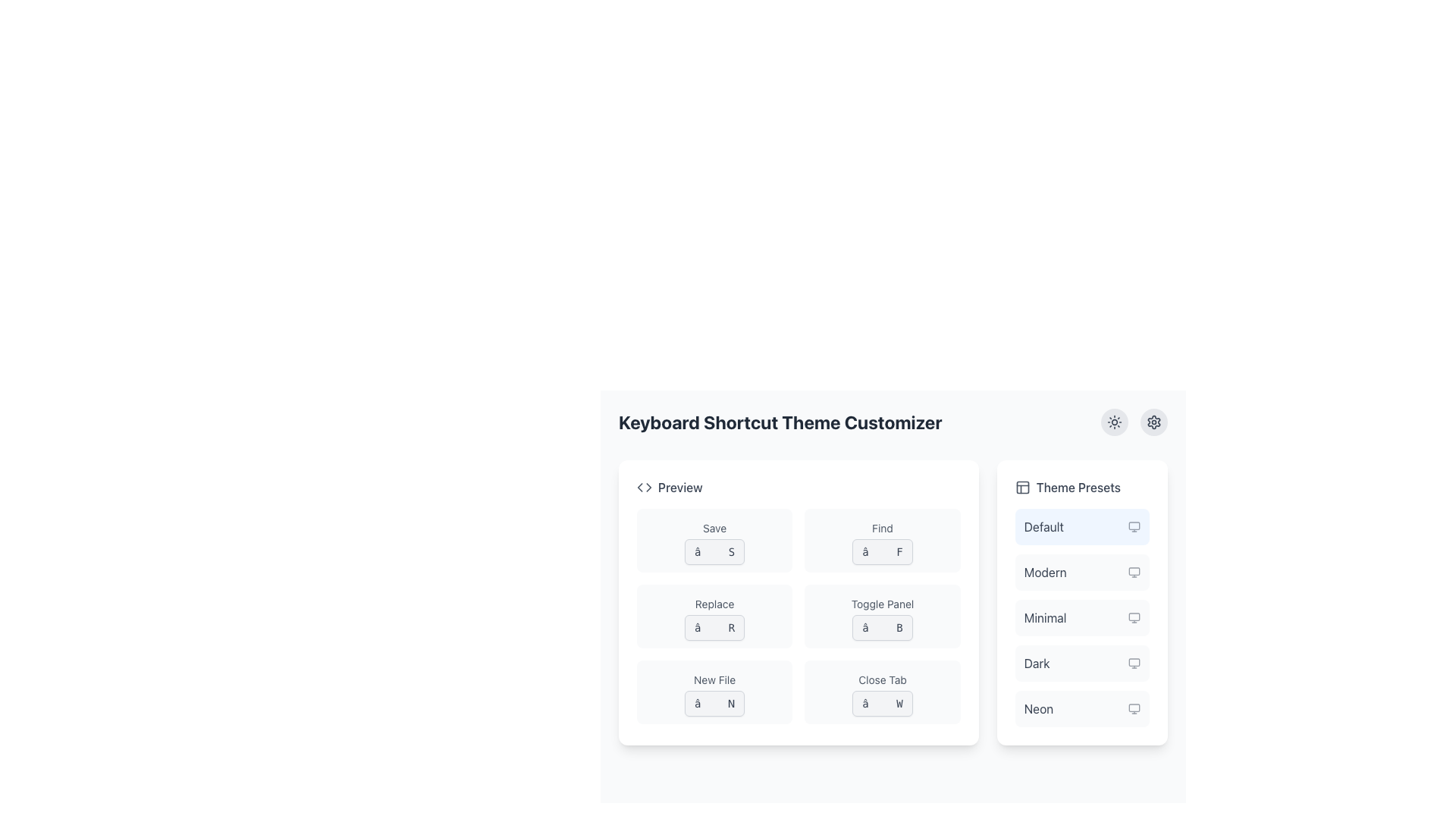 This screenshot has height=819, width=1456. What do you see at coordinates (714, 604) in the screenshot?
I see `the 'Replace' text label` at bounding box center [714, 604].